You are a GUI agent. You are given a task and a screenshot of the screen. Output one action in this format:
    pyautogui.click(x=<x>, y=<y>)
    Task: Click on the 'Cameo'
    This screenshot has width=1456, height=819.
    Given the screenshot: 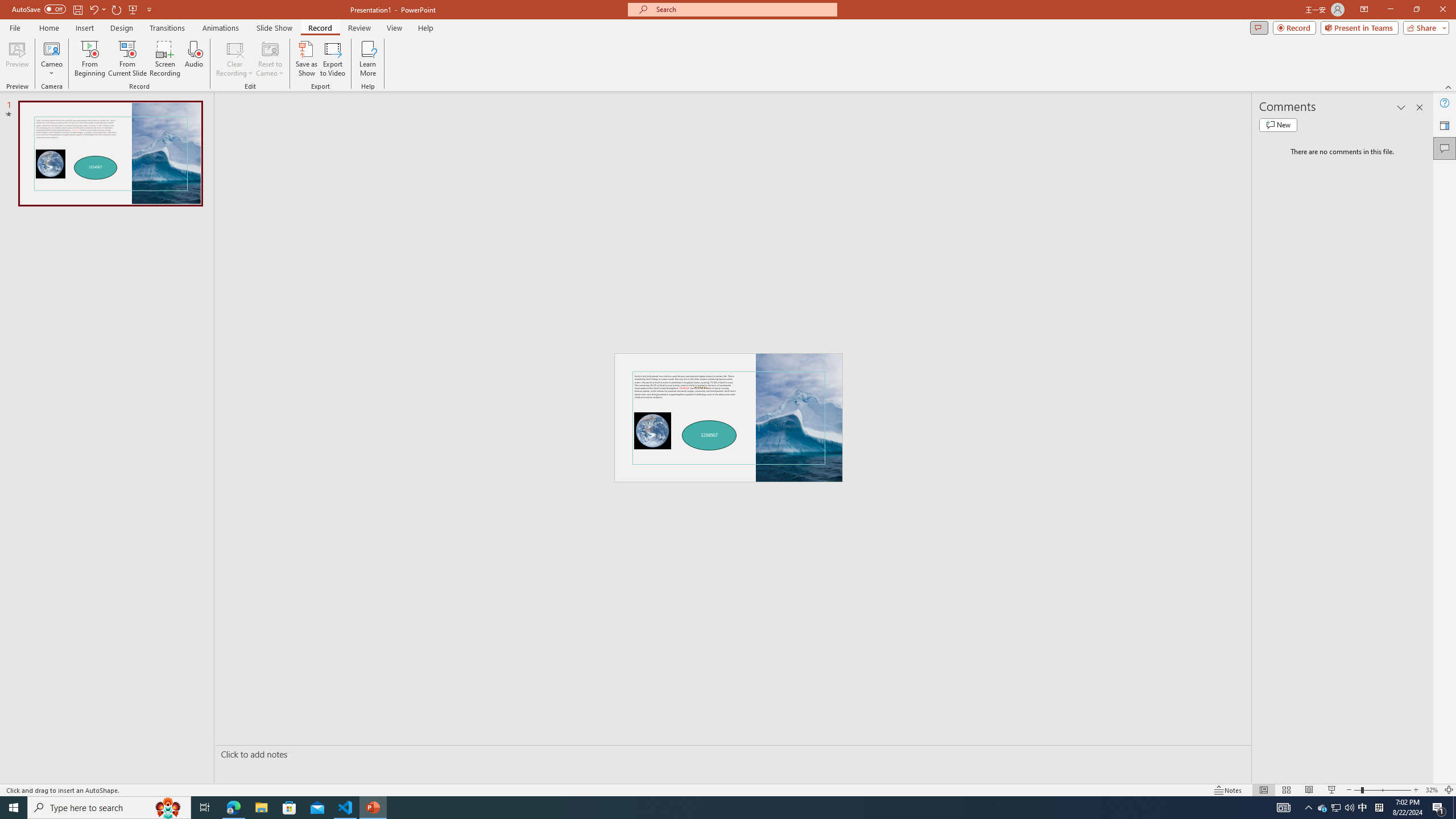 What is the action you would take?
    pyautogui.click(x=51, y=59)
    